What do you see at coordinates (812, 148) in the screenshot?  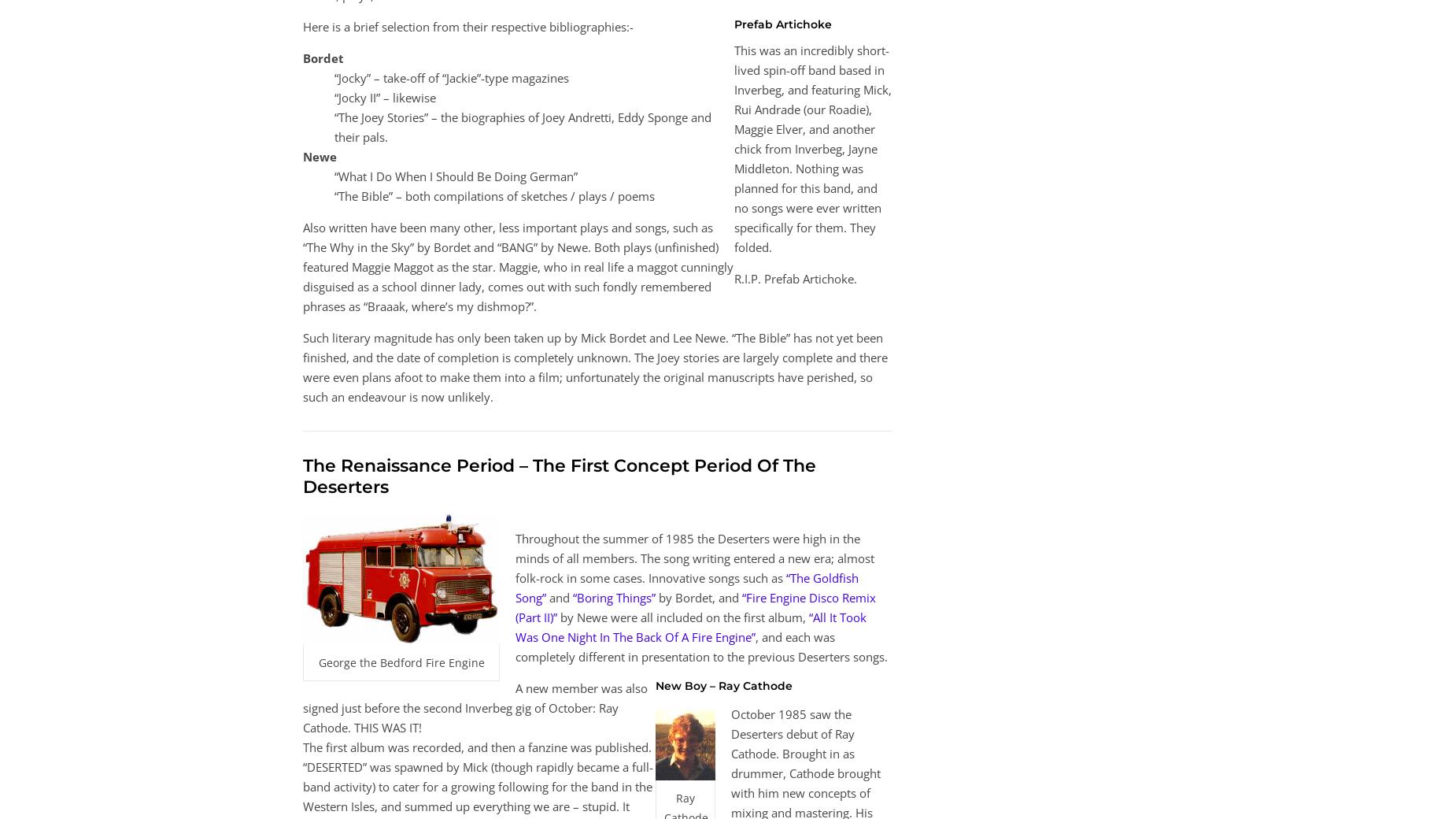 I see `'This was an incredibly short-lived spin-off band based in Inverbeg, and featuring Mick, Rui Andrade (our Roadie), Maggie Elver, and another chick from Inverbeg, Jayne Middleton. Nothing was planned for this band, and no songs were ever written specifically for them. They folded.'` at bounding box center [812, 148].